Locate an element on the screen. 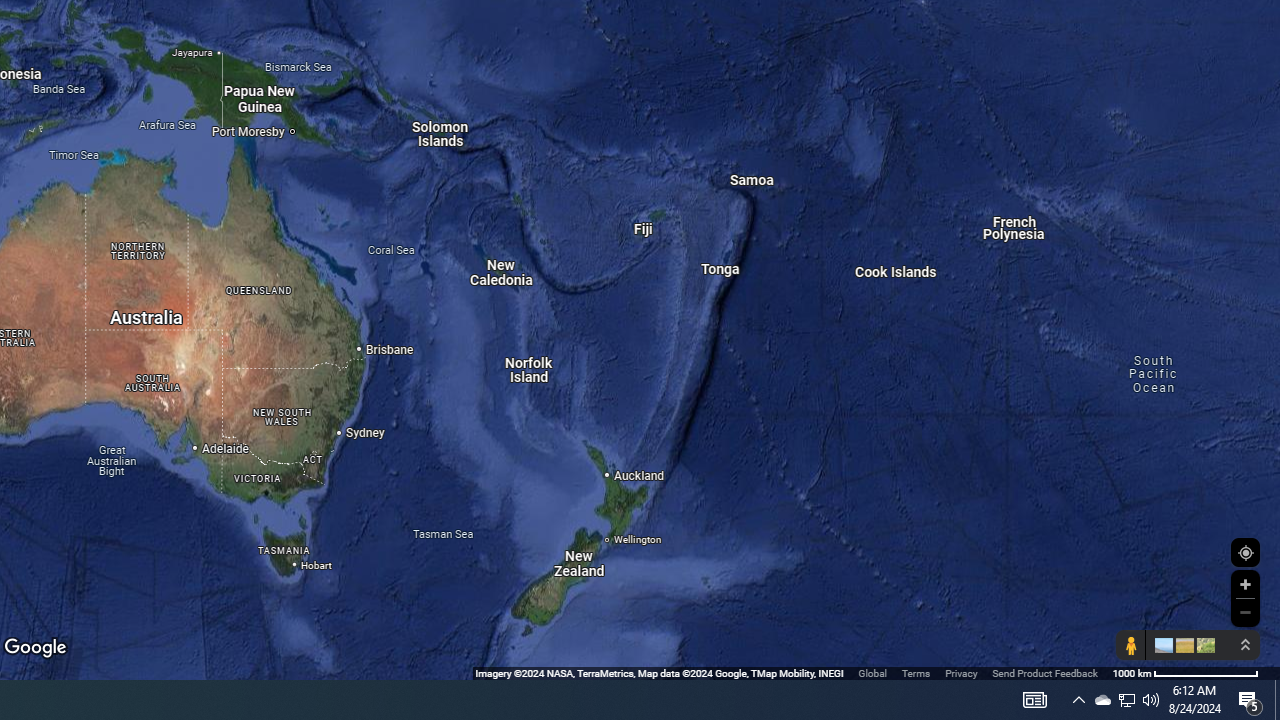  'Show Your Location' is located at coordinates (1244, 552).